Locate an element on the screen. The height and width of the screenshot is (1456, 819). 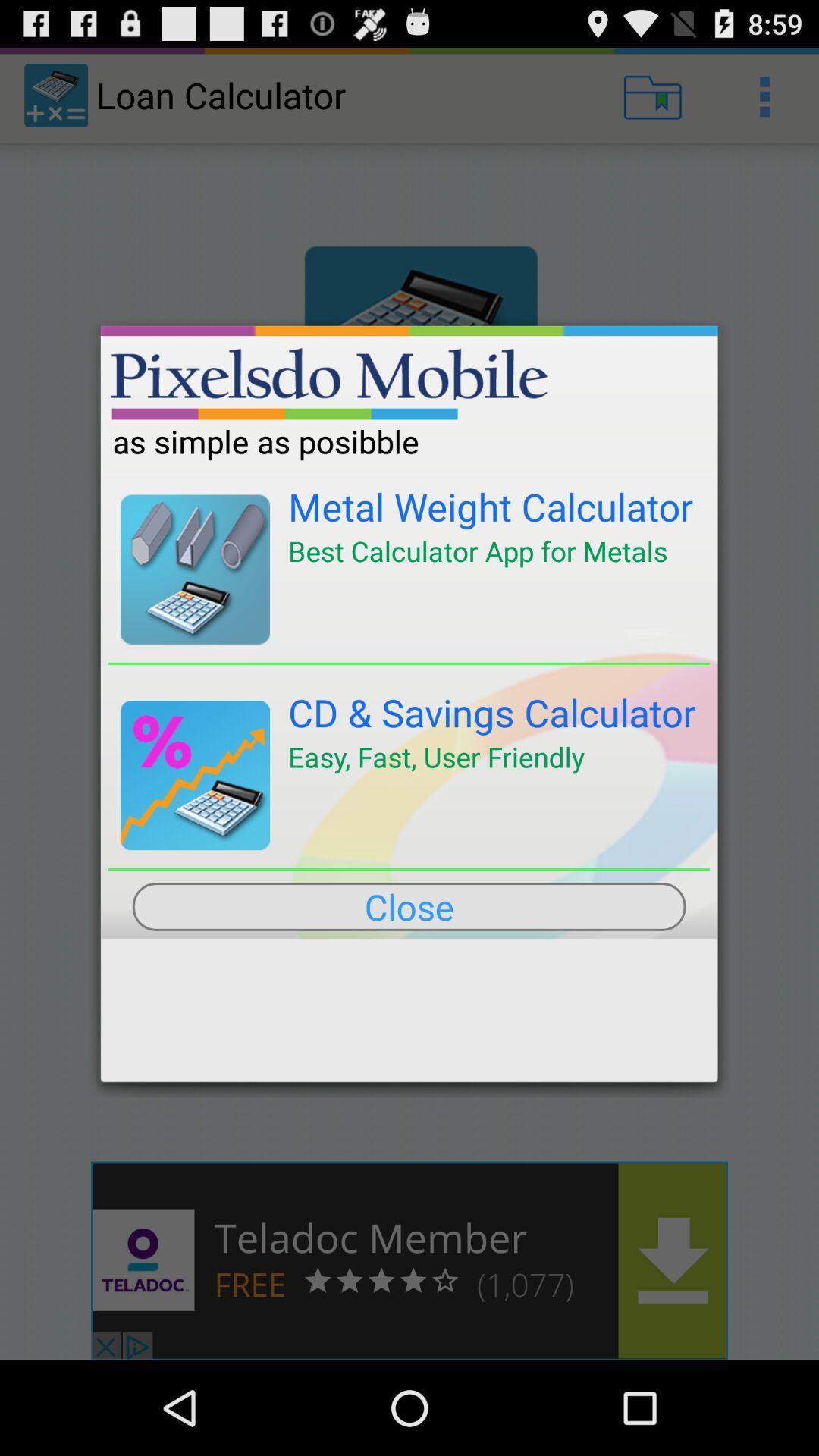
the close is located at coordinates (408, 906).